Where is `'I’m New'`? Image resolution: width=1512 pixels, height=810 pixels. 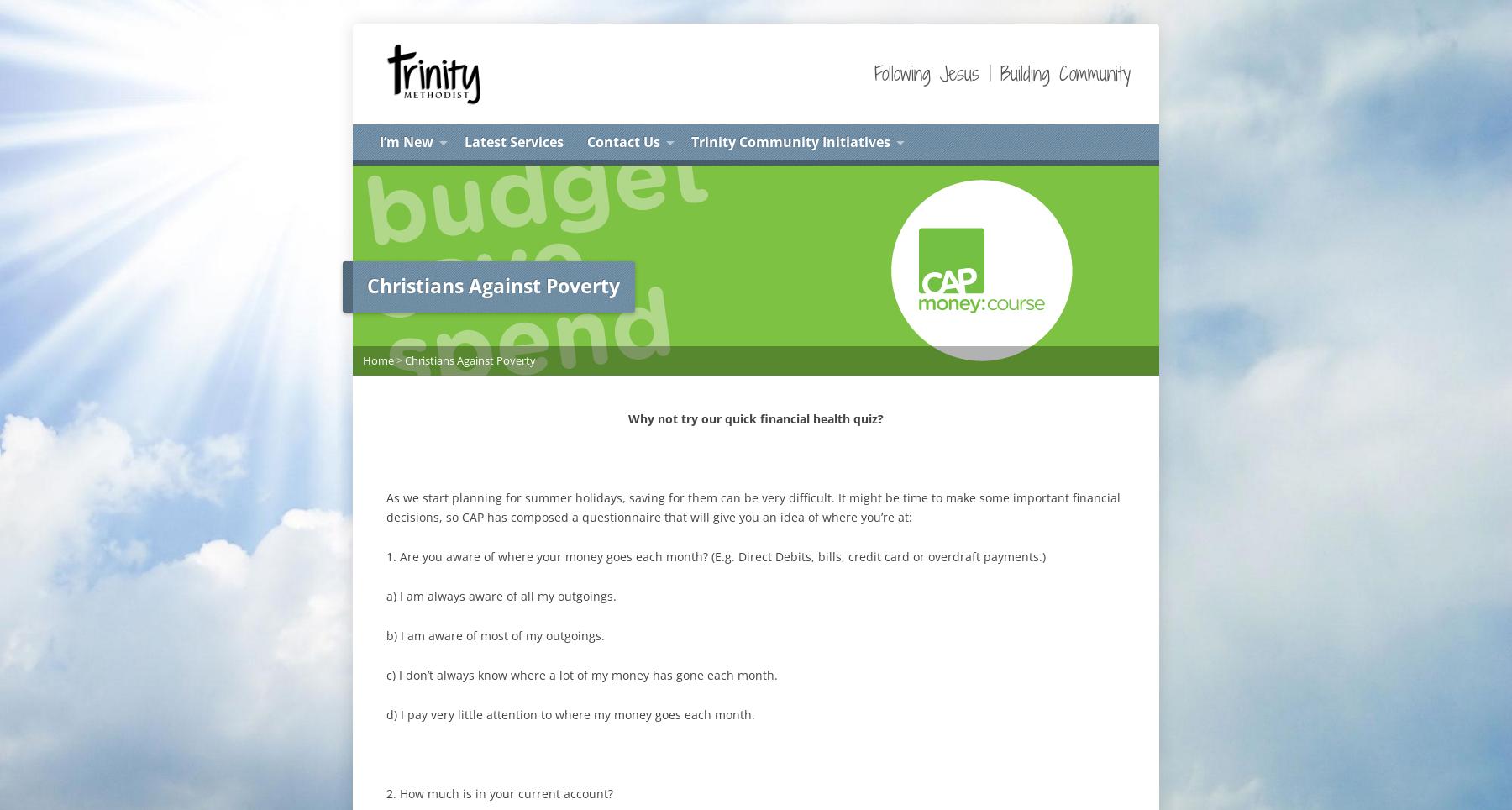
'I’m New' is located at coordinates (406, 140).